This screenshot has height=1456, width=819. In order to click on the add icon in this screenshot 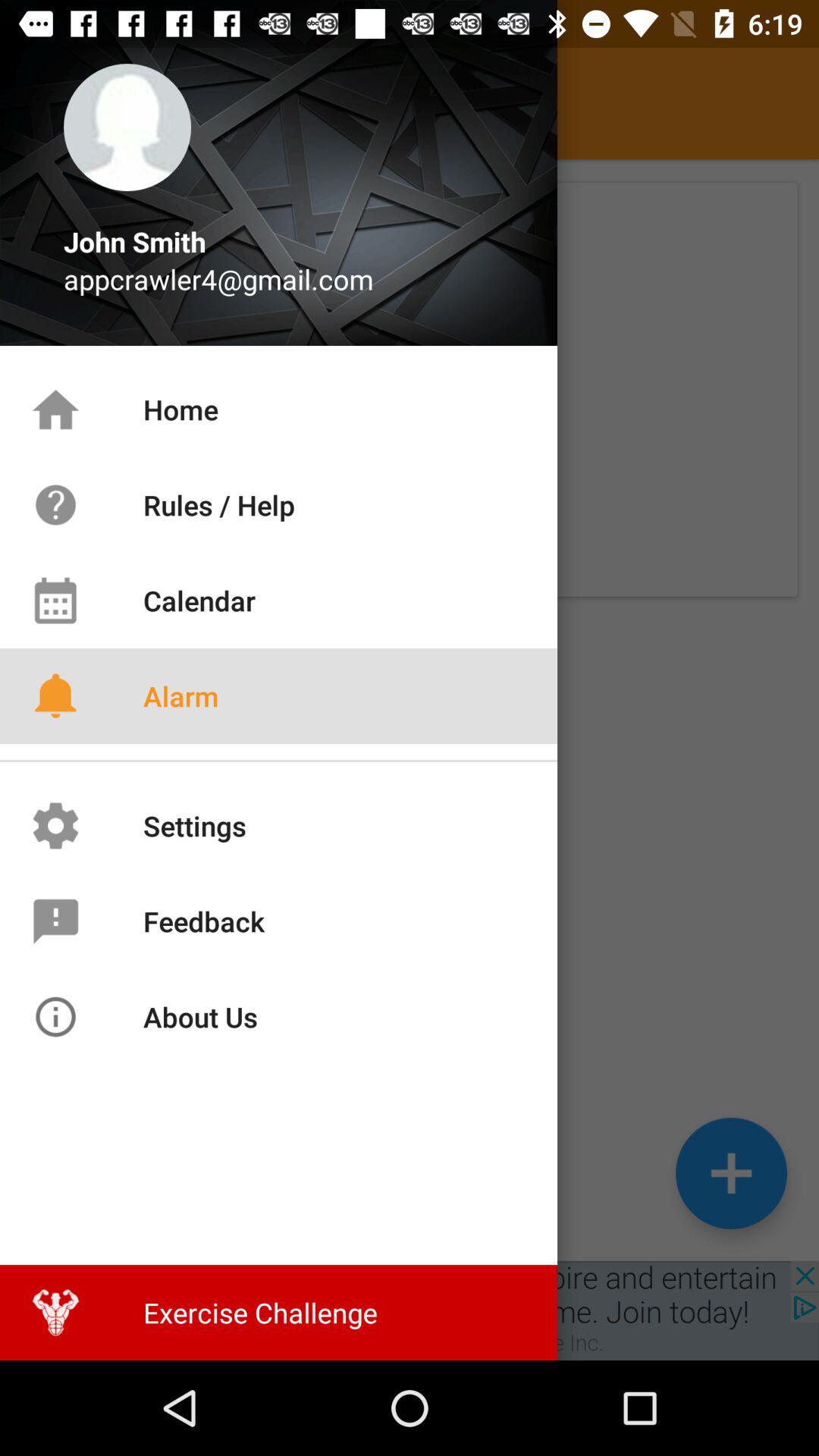, I will do `click(730, 1172)`.